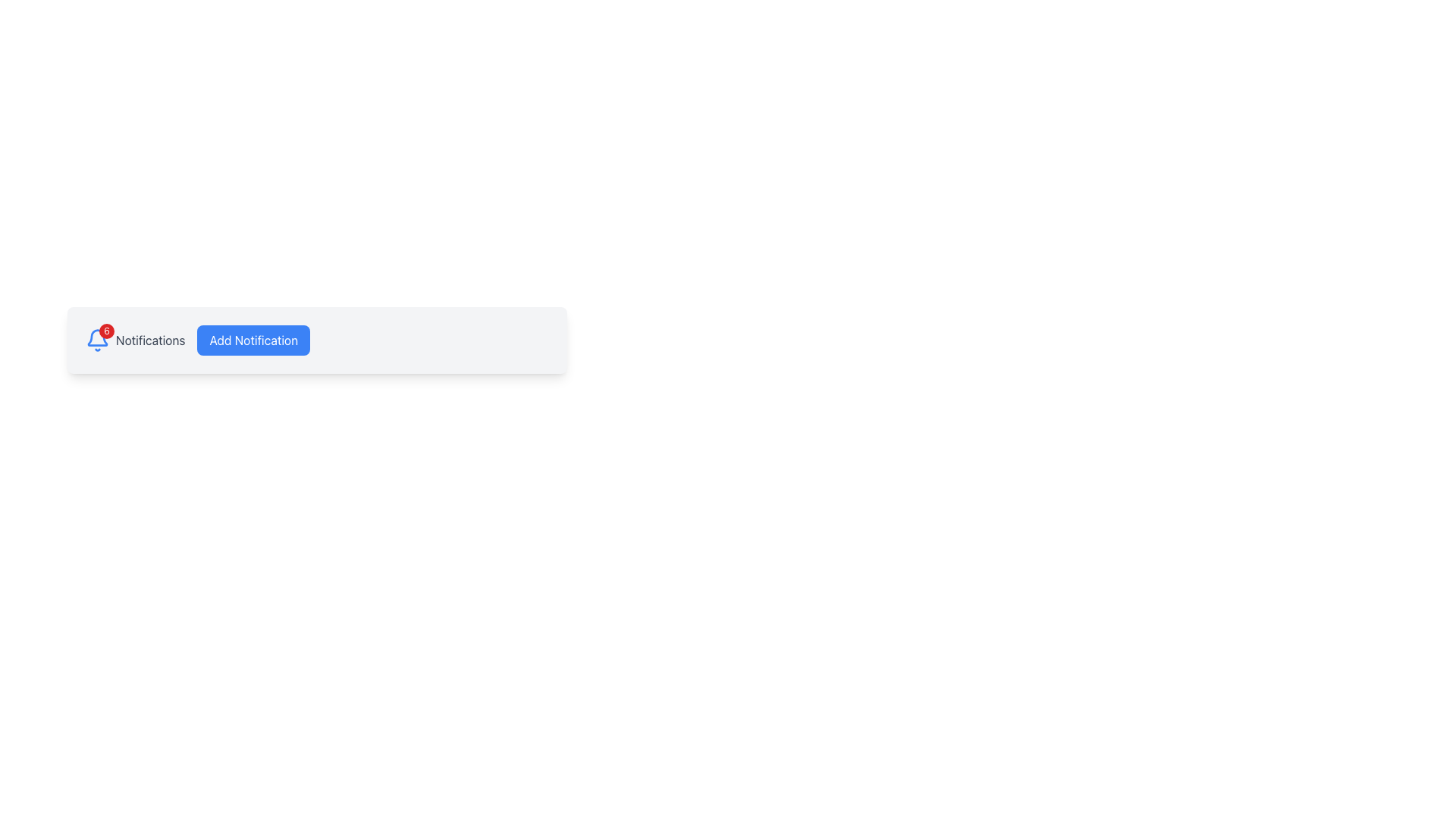 This screenshot has width=1456, height=819. What do you see at coordinates (150, 339) in the screenshot?
I see `the 'Notifications' text label, which is styled in a gray sans-serif font and located next to a notification icon with a red badge showing '6'` at bounding box center [150, 339].